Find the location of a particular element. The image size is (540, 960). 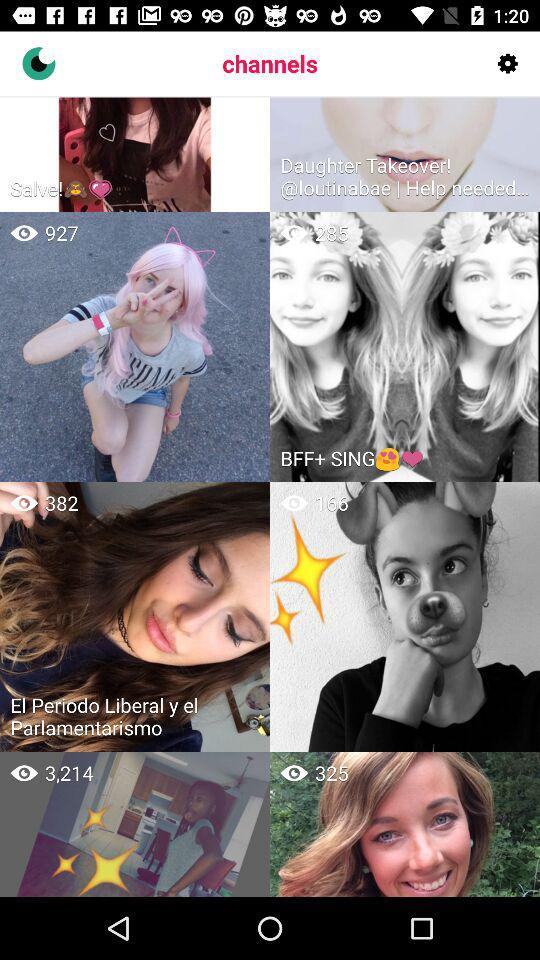

the call icon is located at coordinates (38, 63).